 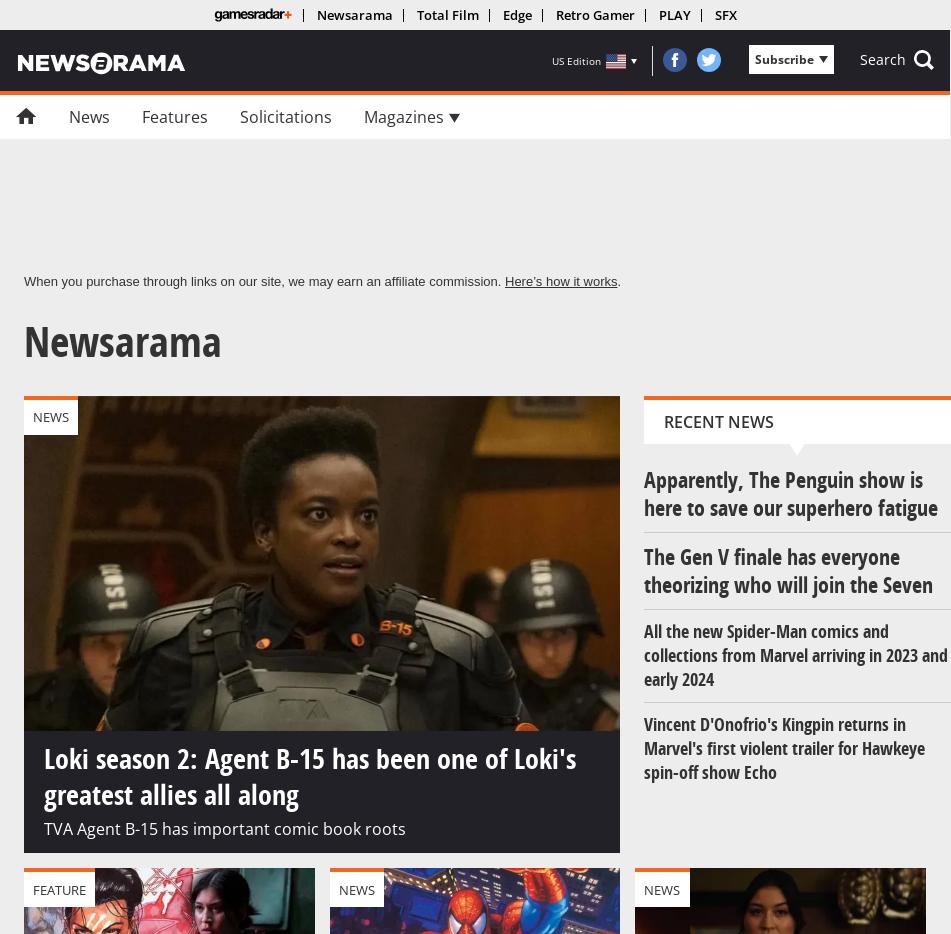 What do you see at coordinates (337, 257) in the screenshot?
I see `'Takes you closer to the games, movies and TV you love'` at bounding box center [337, 257].